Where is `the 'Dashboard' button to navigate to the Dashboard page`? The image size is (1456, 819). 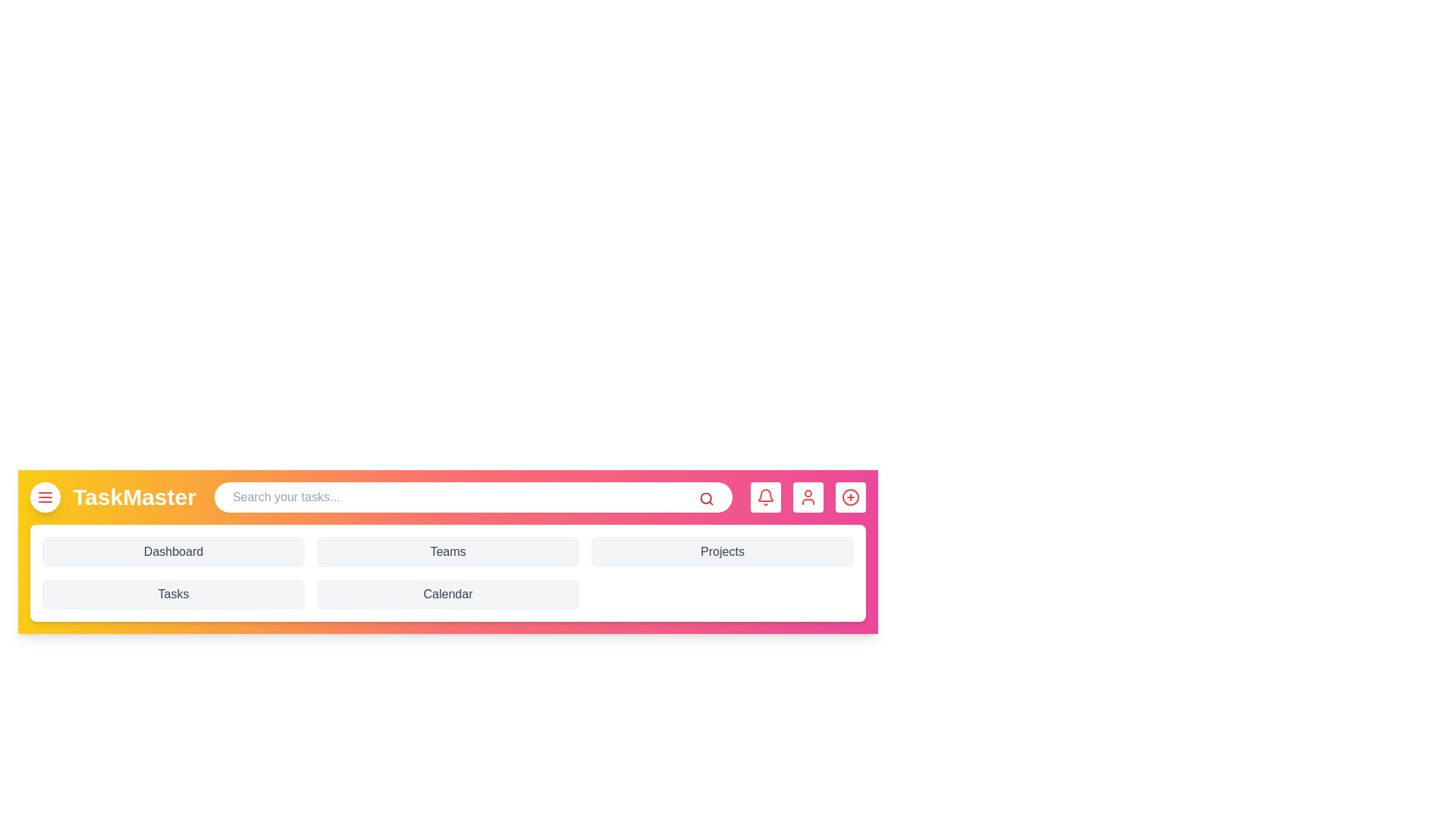
the 'Dashboard' button to navigate to the Dashboard page is located at coordinates (174, 552).